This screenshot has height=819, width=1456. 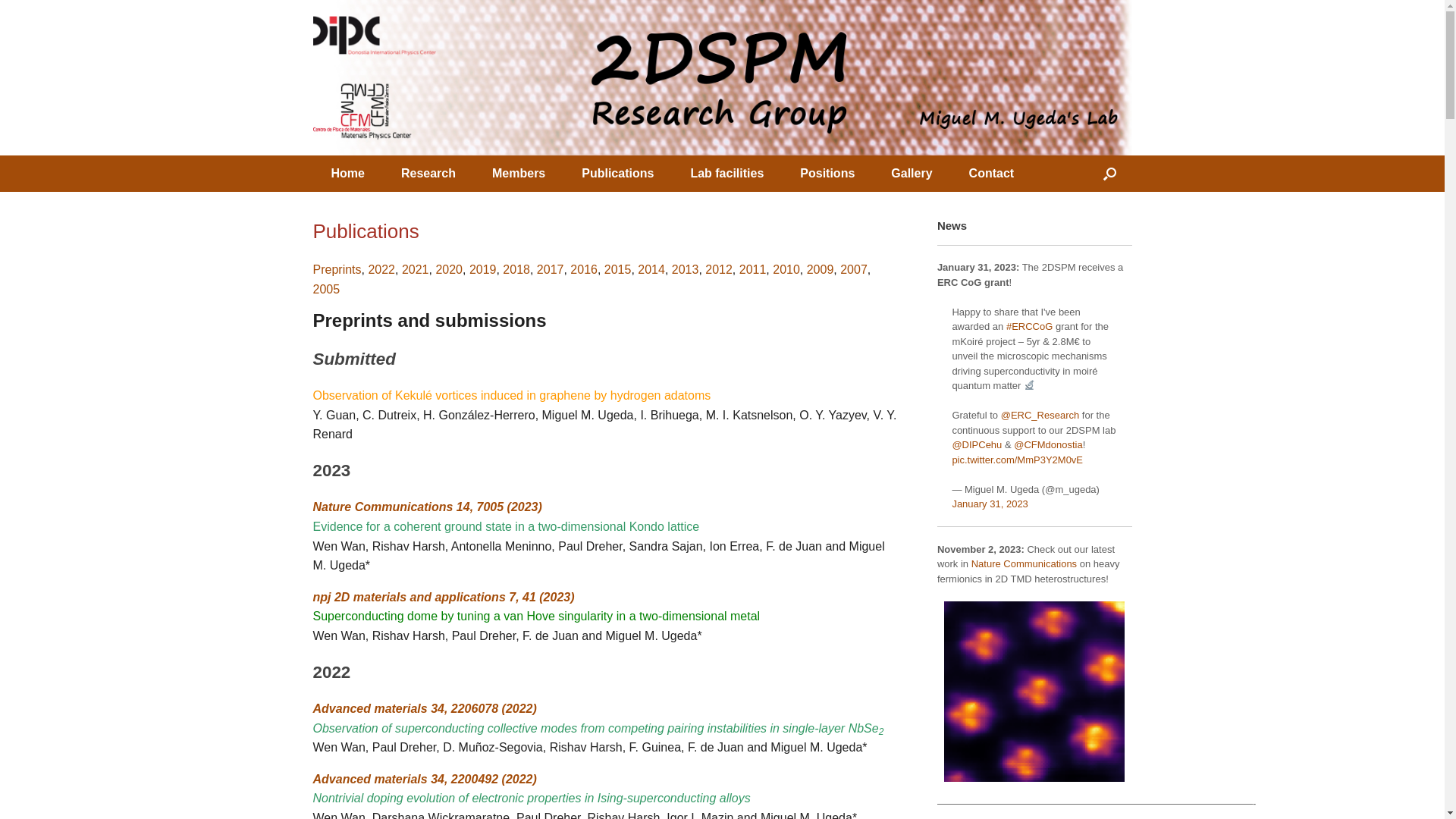 I want to click on 'Preprints', so click(x=312, y=268).